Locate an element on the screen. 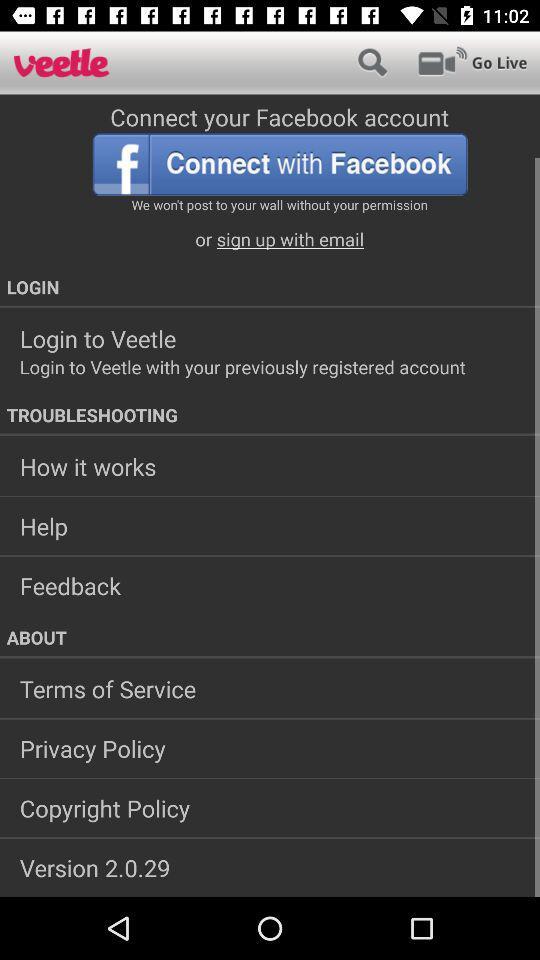  icon above the version 2 0 icon is located at coordinates (270, 808).